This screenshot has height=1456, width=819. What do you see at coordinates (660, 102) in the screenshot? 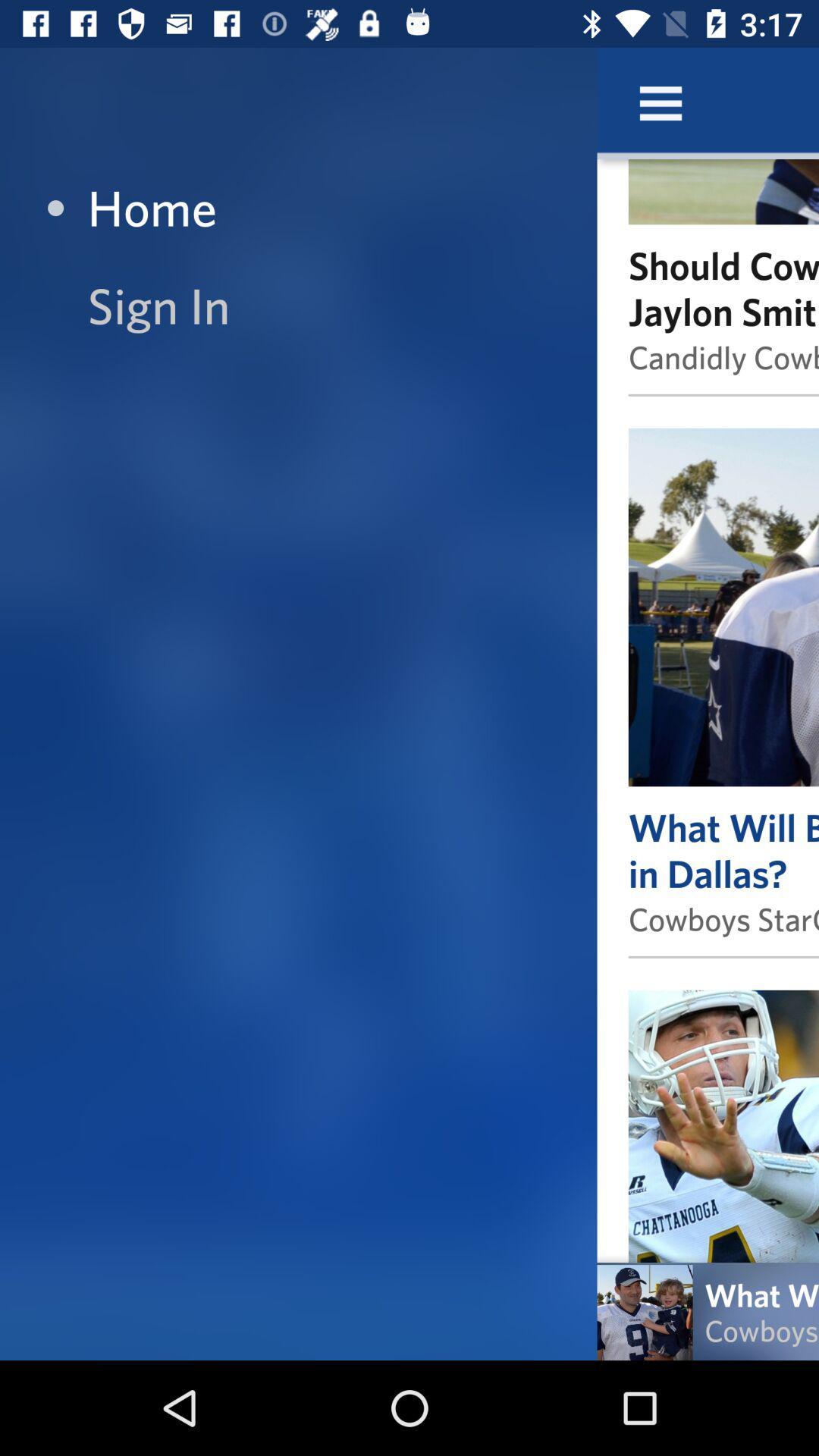
I see `menu` at bounding box center [660, 102].